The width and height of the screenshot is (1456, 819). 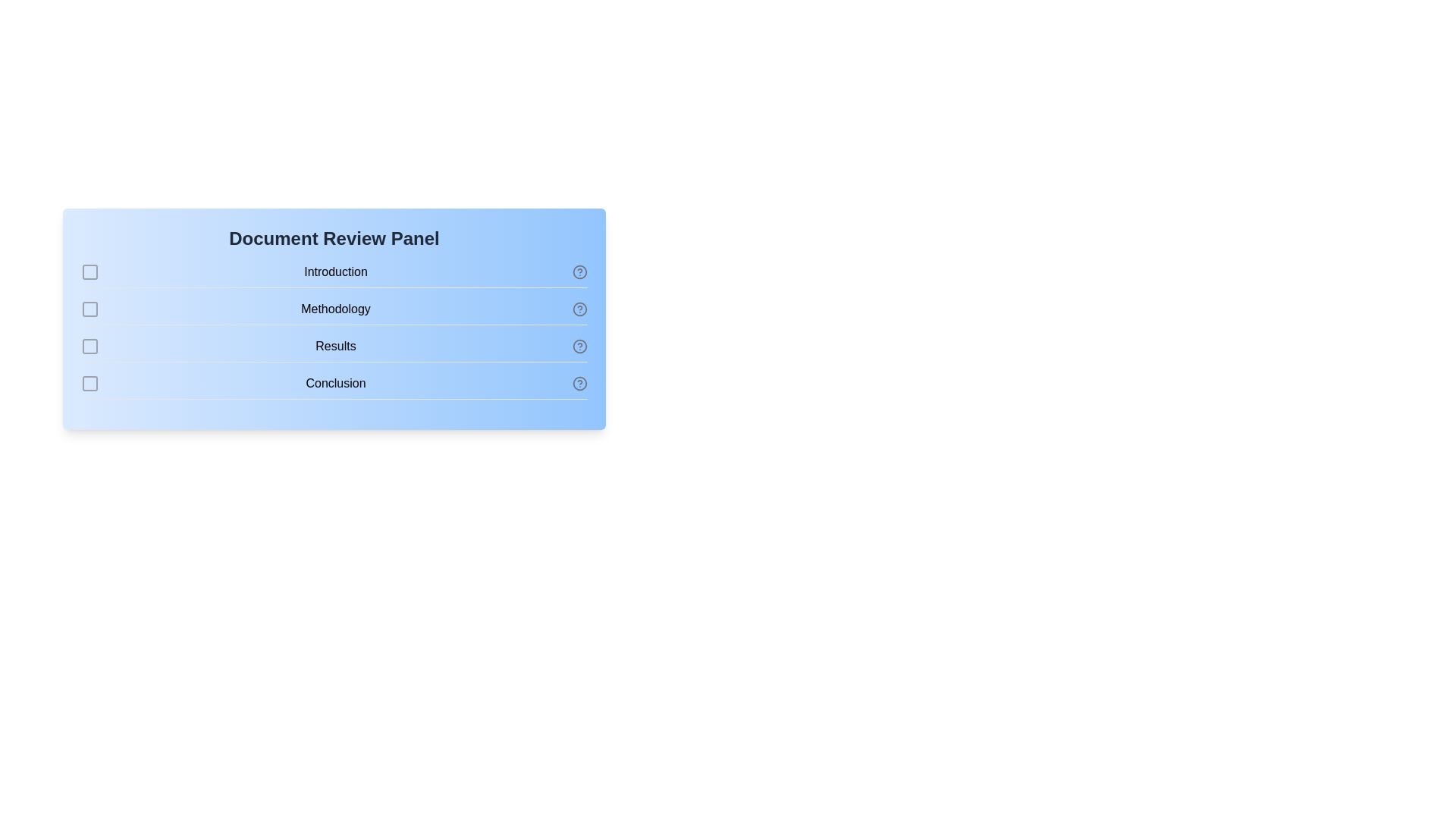 What do you see at coordinates (334, 275) in the screenshot?
I see `the section name Introduction to toggle its selection state` at bounding box center [334, 275].